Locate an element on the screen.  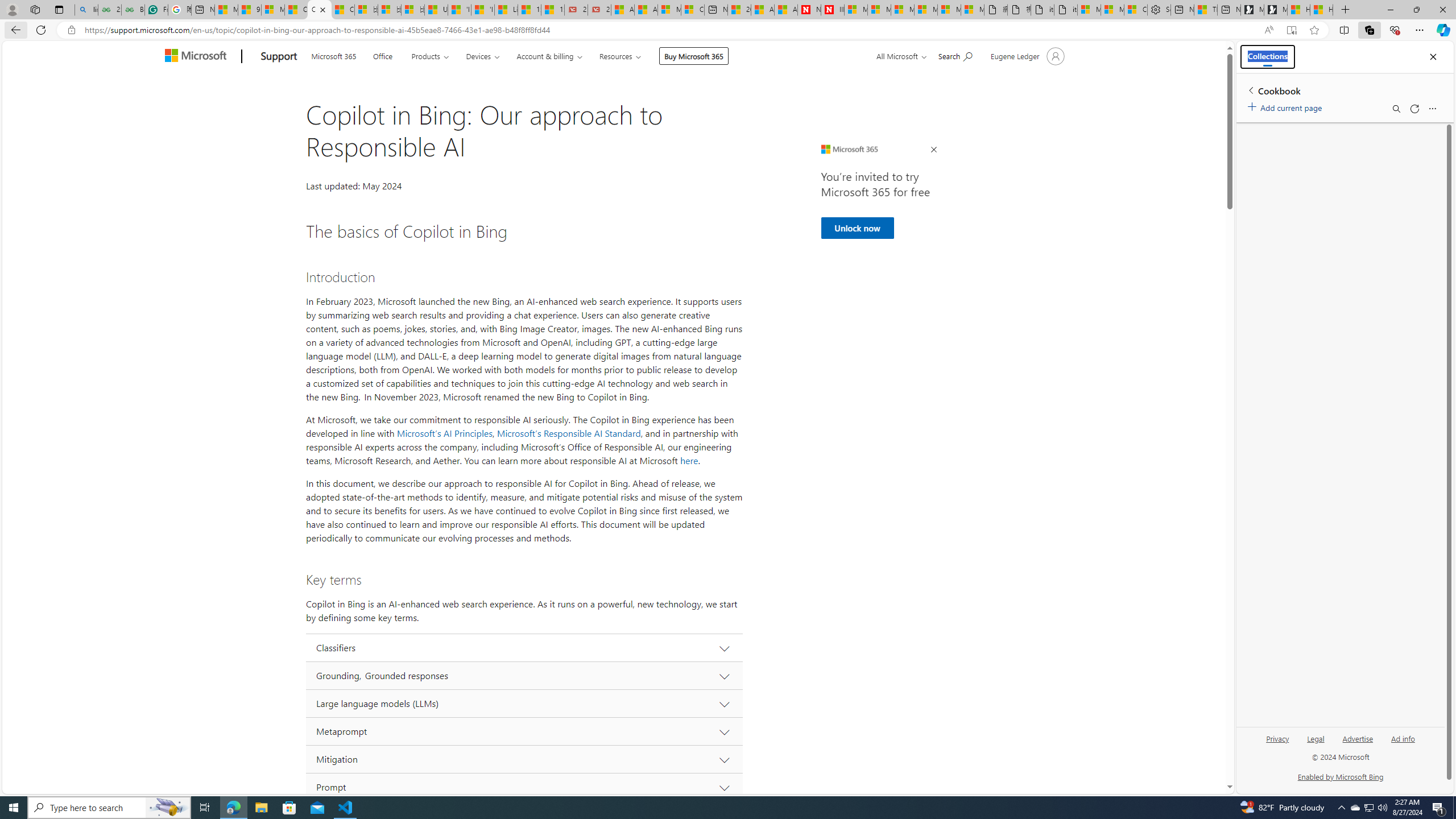
'Ad info' is located at coordinates (1403, 742).